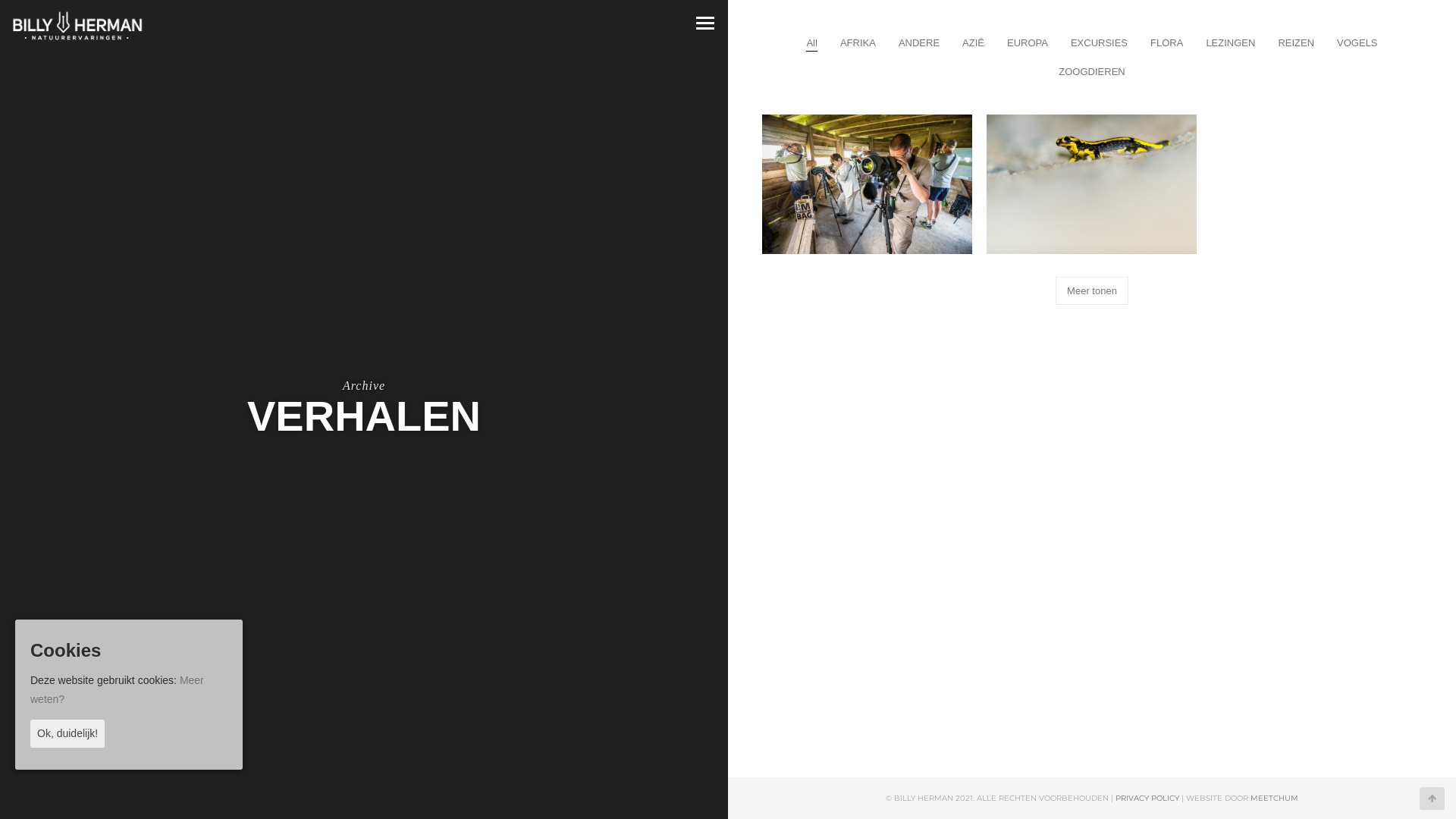  I want to click on 'MEETCHUM', so click(1274, 797).